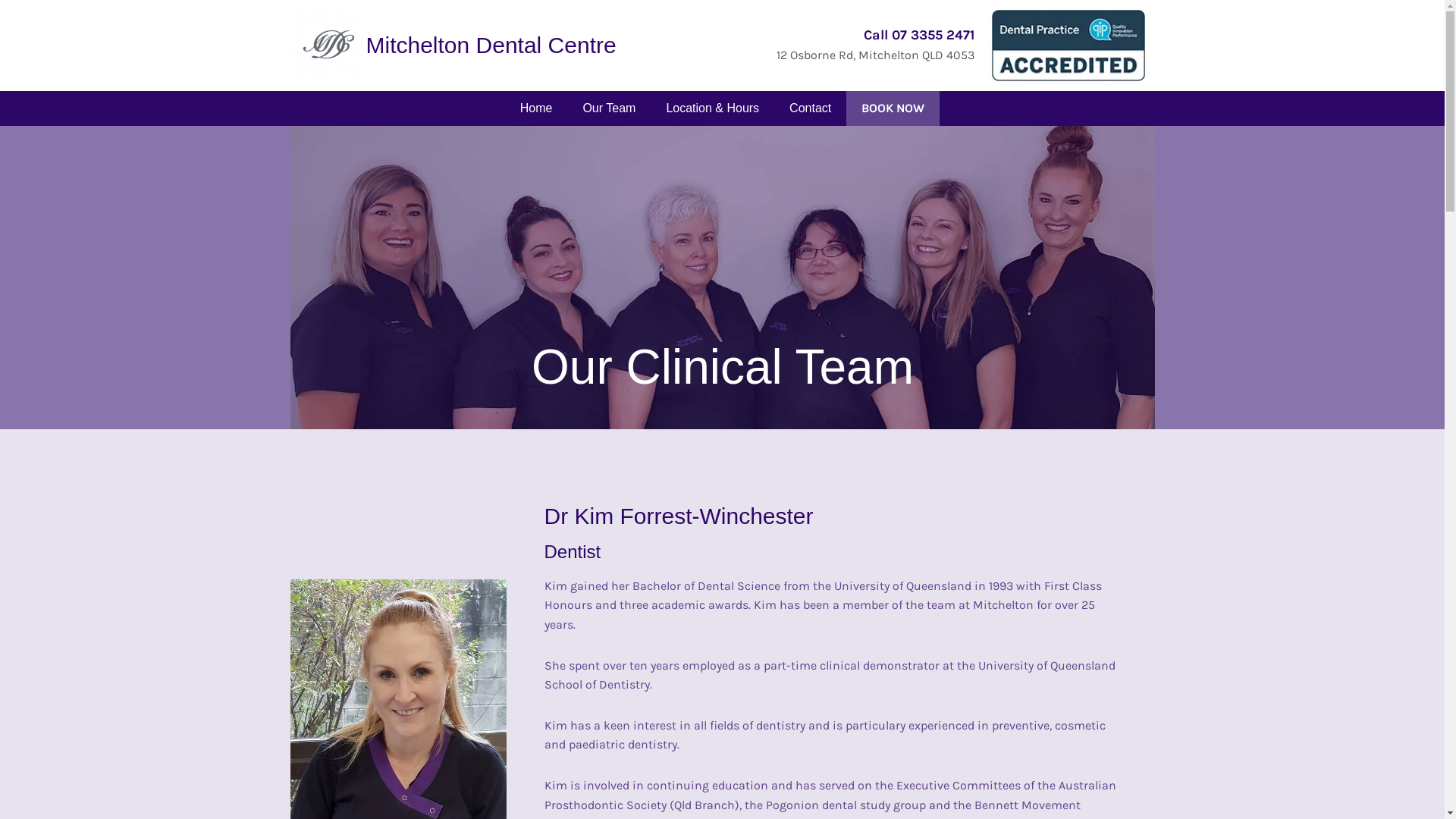 Image resolution: width=1456 pixels, height=819 pixels. What do you see at coordinates (846, 107) in the screenshot?
I see `'BOOK NOW'` at bounding box center [846, 107].